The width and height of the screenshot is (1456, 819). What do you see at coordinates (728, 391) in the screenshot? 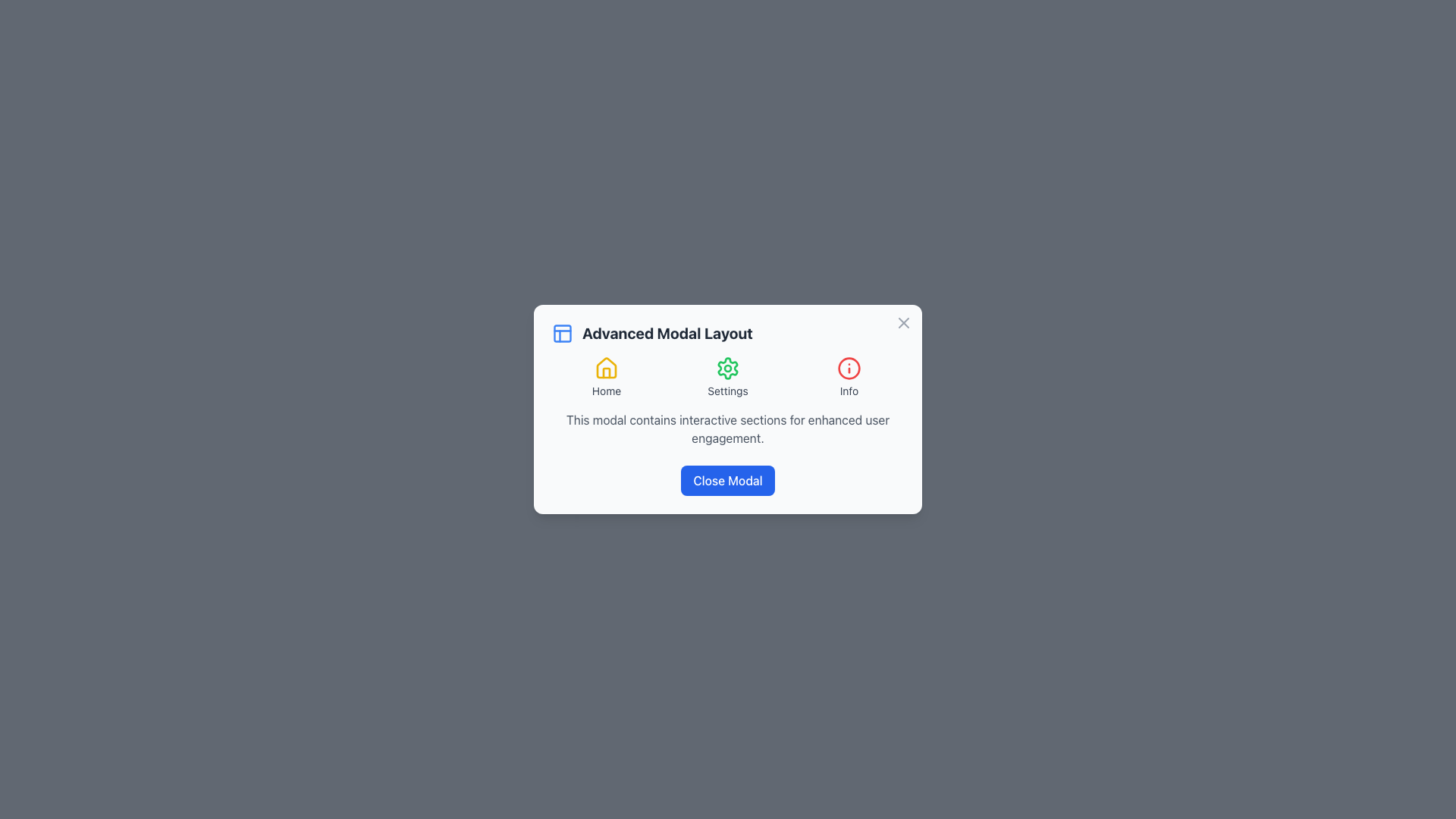
I see `the 'Settings' label located directly underneath the green gear icon in the modal interface for accessibility tools` at bounding box center [728, 391].